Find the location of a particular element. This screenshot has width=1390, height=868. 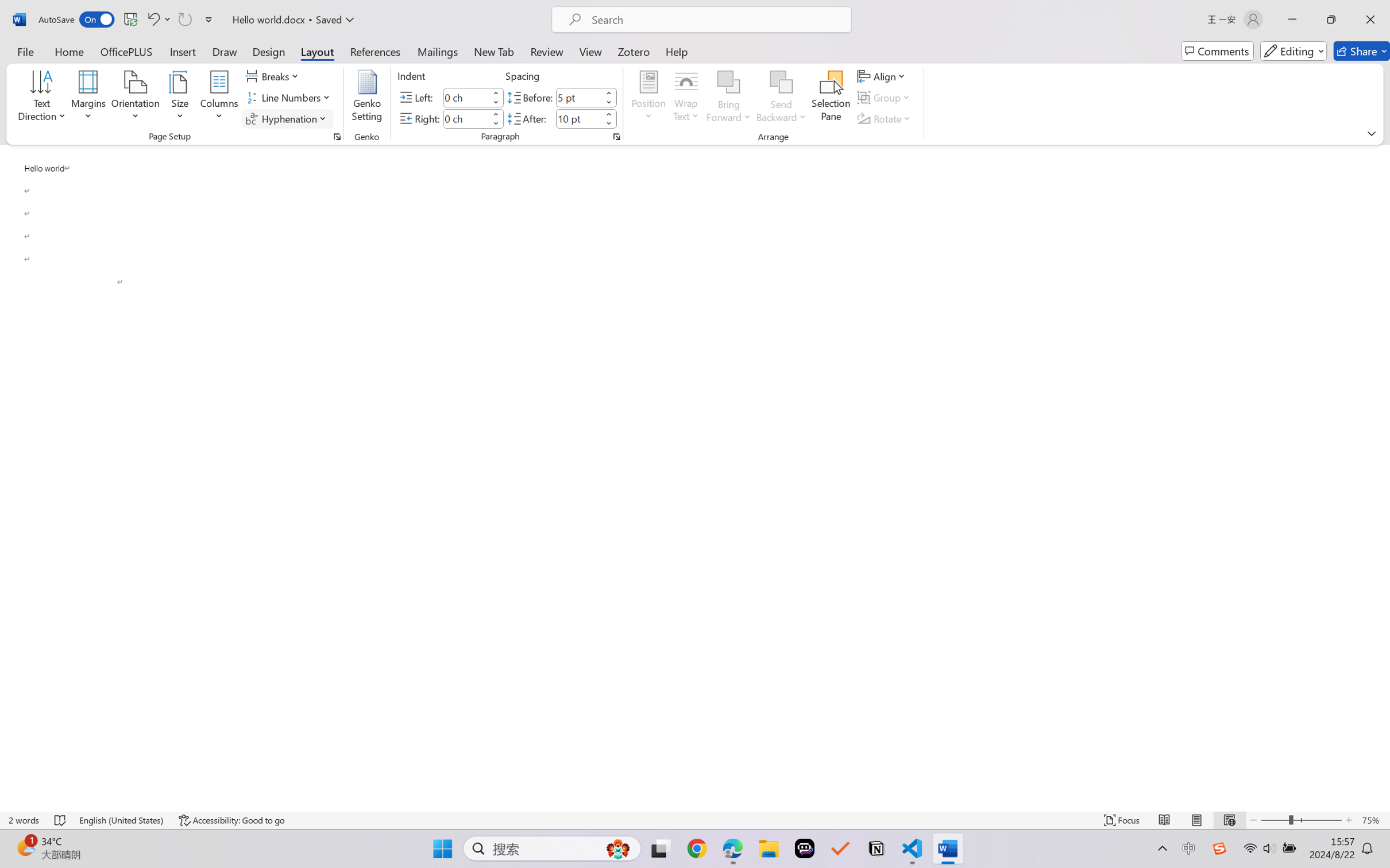

'Review' is located at coordinates (546, 51).